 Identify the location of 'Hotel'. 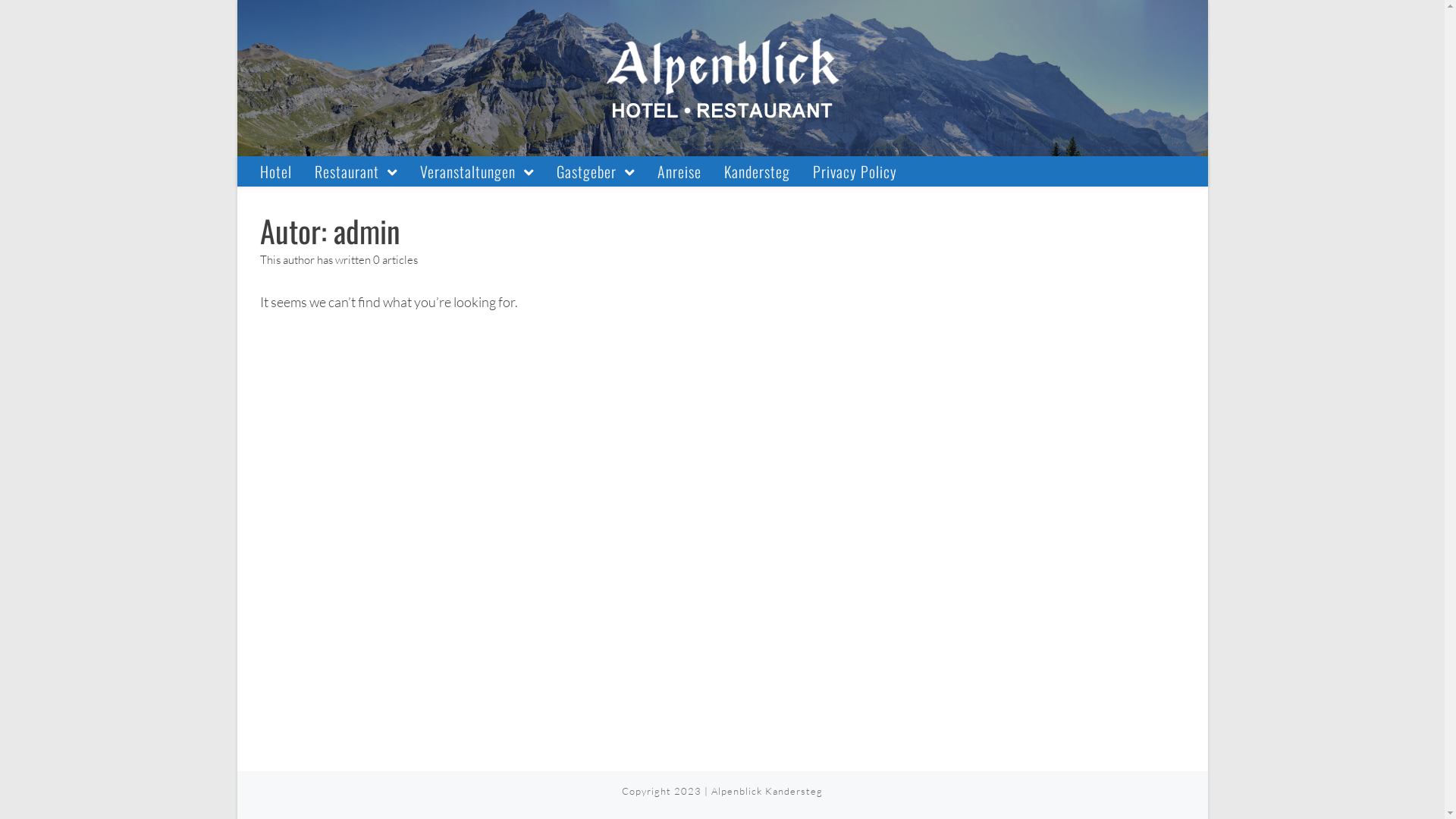
(276, 171).